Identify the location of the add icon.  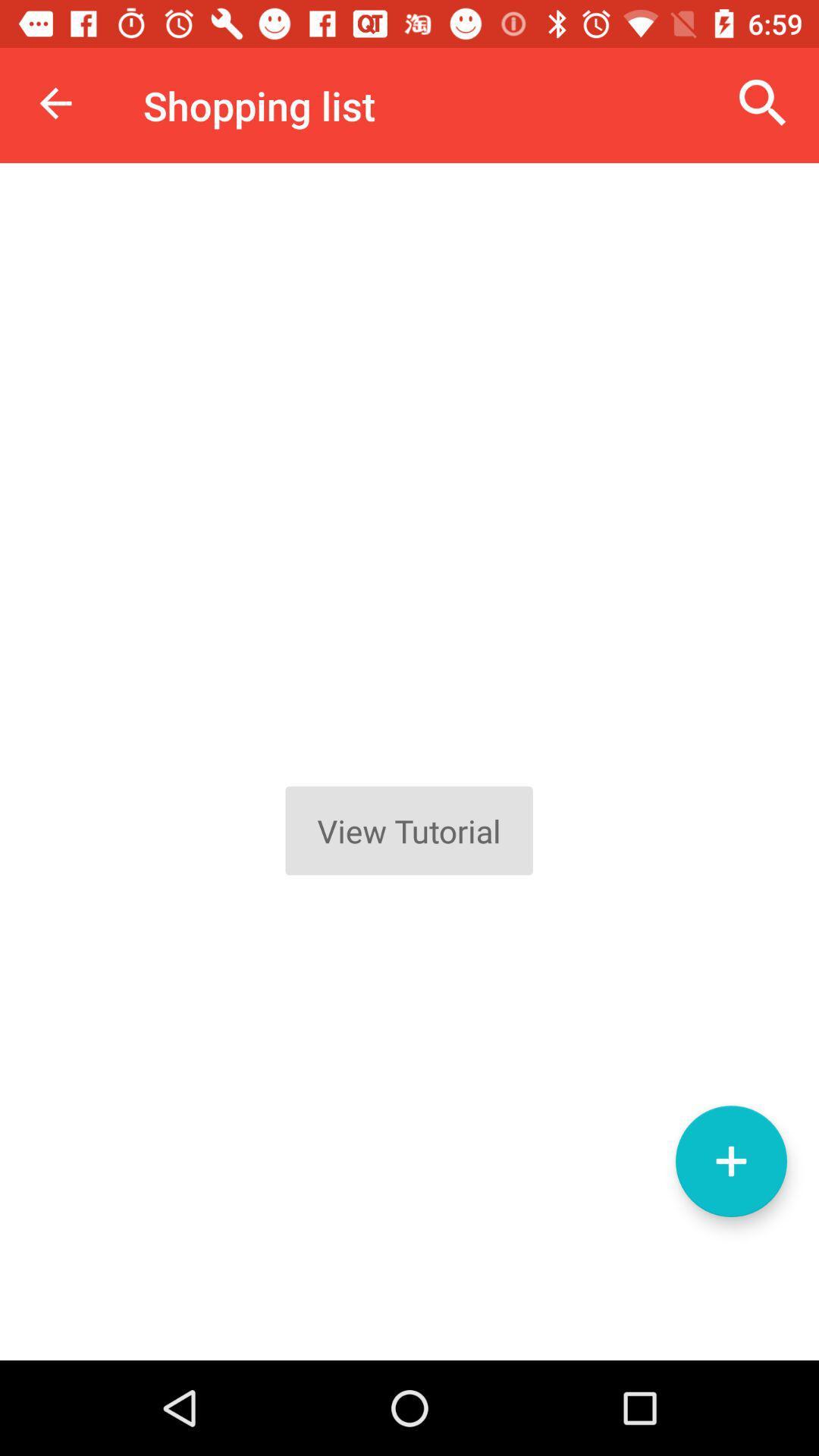
(730, 1160).